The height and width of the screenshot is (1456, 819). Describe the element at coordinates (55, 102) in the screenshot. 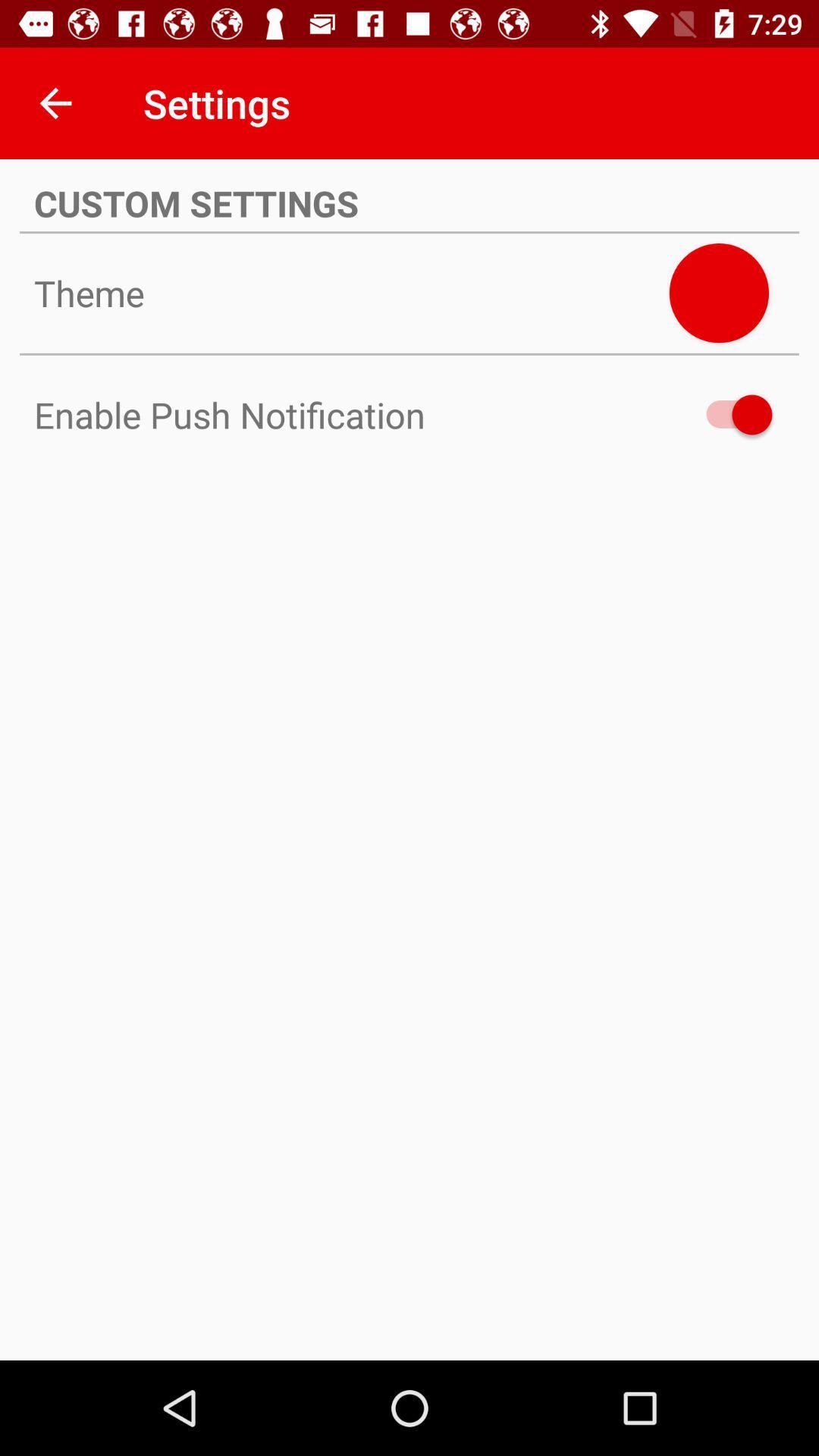

I see `icon above custom settings icon` at that location.